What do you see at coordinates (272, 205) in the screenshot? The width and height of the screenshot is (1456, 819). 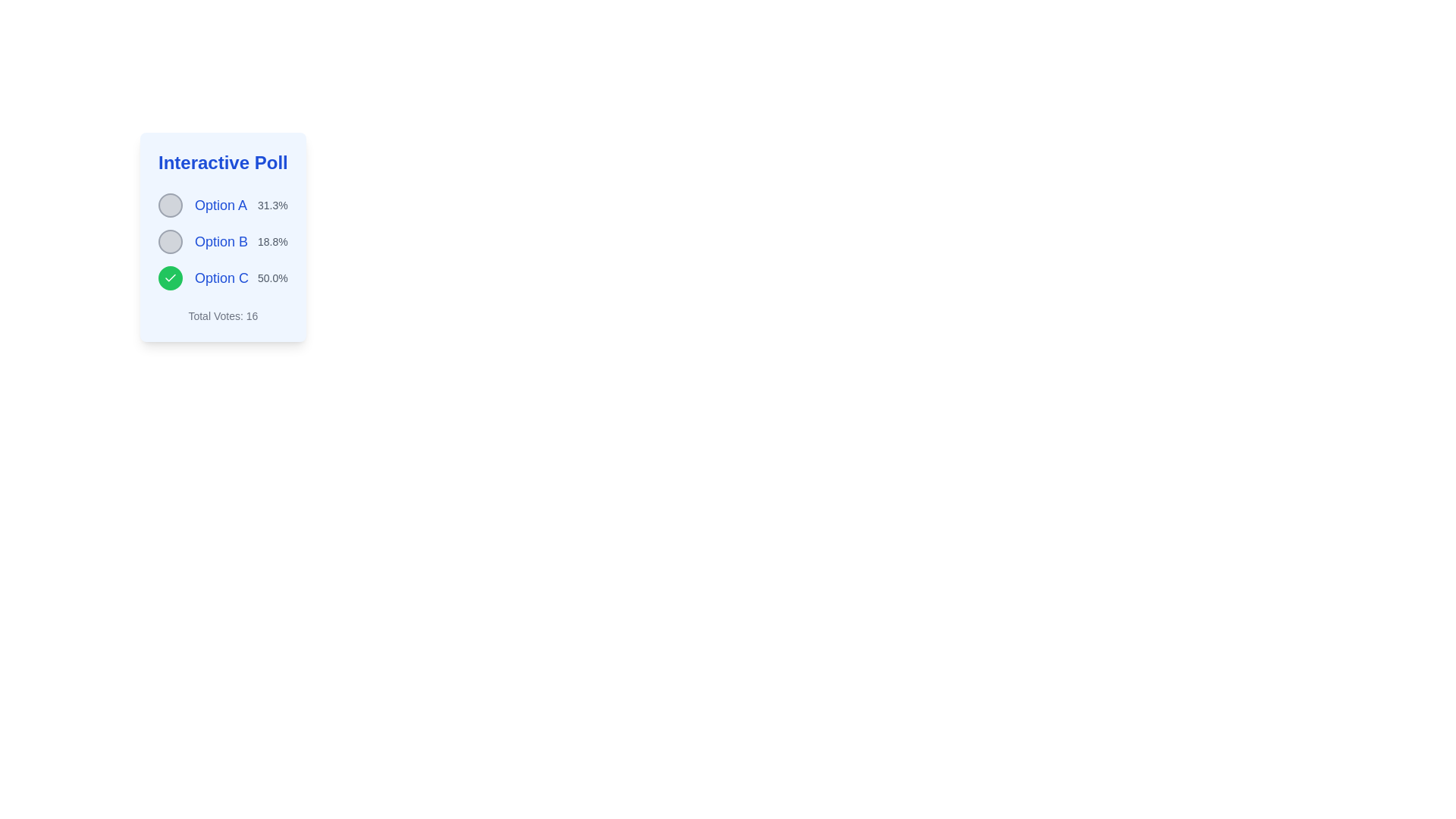 I see `the Text Display showing '31.3%' next to 'Option A' in the voting interface` at bounding box center [272, 205].